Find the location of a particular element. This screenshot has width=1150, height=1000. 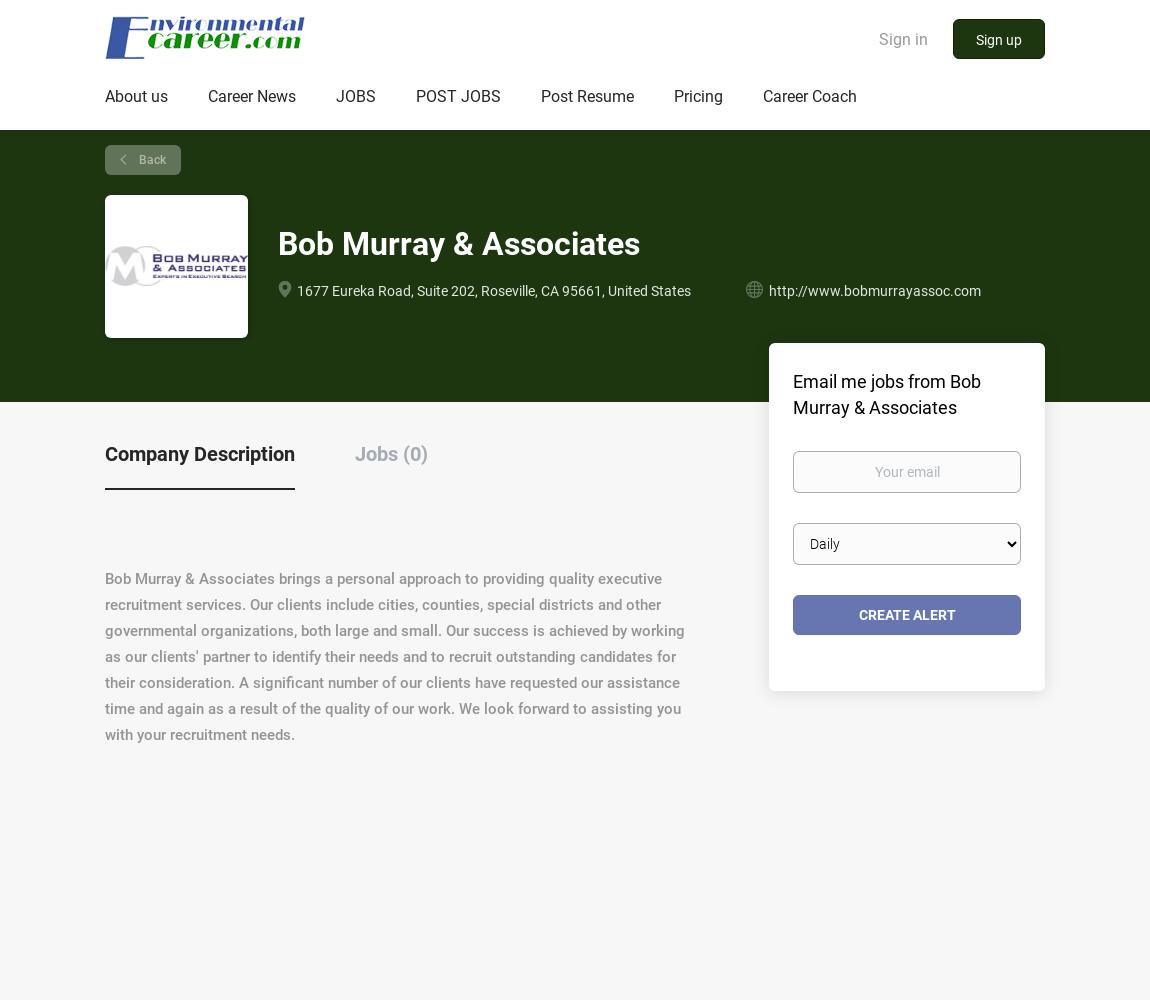

'Pricing' is located at coordinates (673, 95).